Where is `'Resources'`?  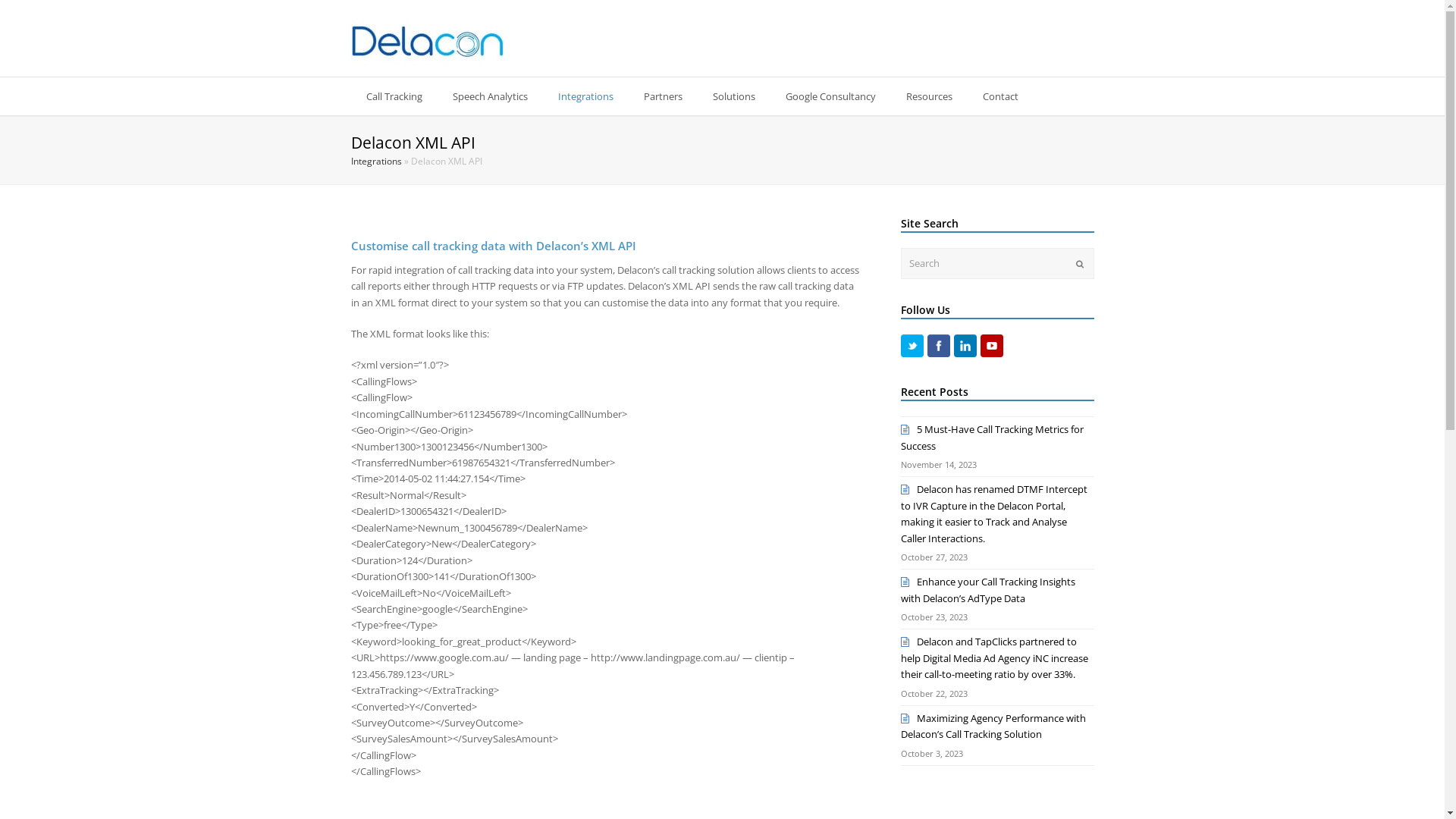
'Resources' is located at coordinates (927, 96).